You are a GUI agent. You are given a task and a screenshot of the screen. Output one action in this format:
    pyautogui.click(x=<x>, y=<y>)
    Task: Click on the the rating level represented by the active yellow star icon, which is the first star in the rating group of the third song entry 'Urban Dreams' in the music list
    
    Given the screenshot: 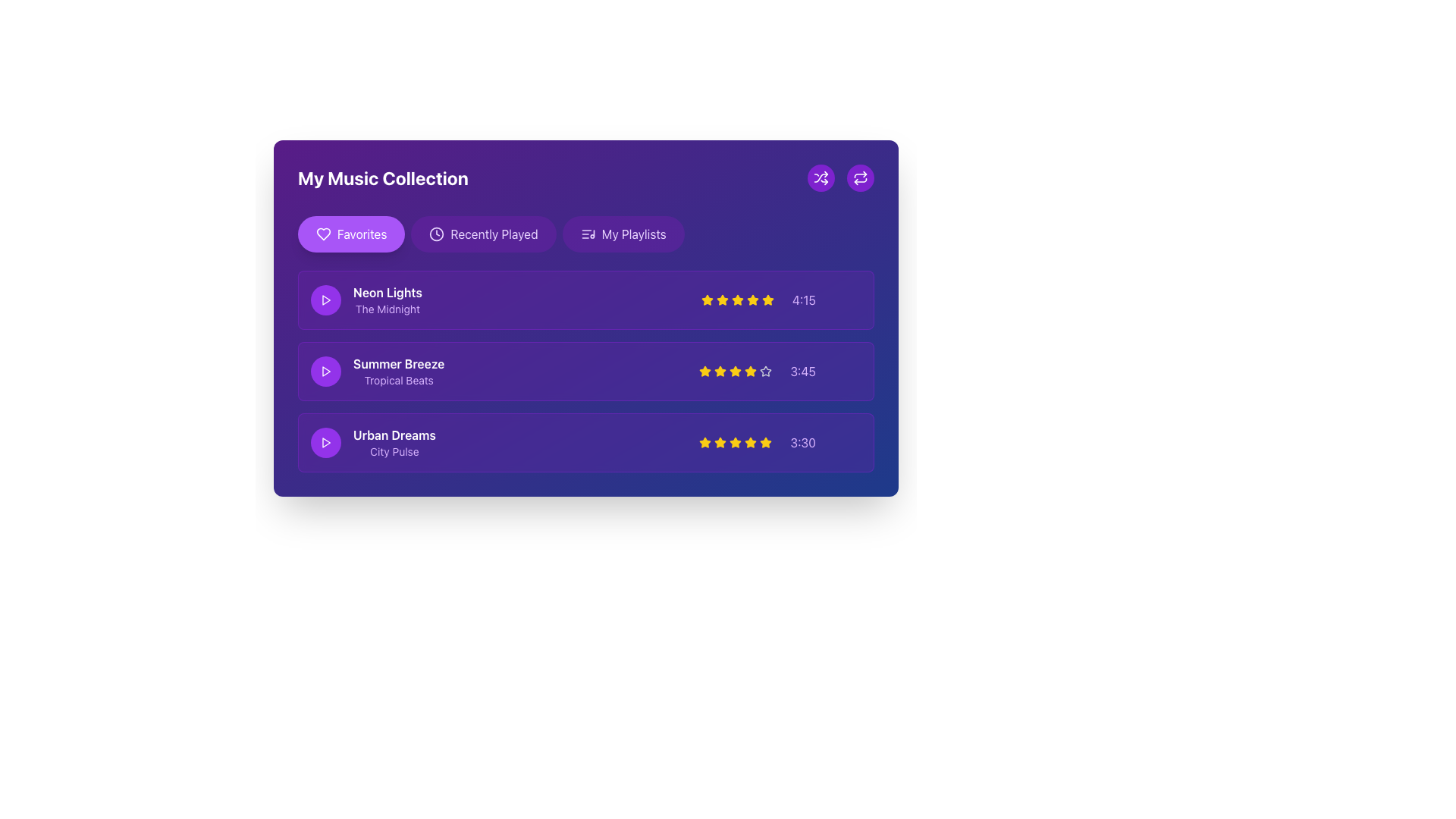 What is the action you would take?
    pyautogui.click(x=704, y=442)
    